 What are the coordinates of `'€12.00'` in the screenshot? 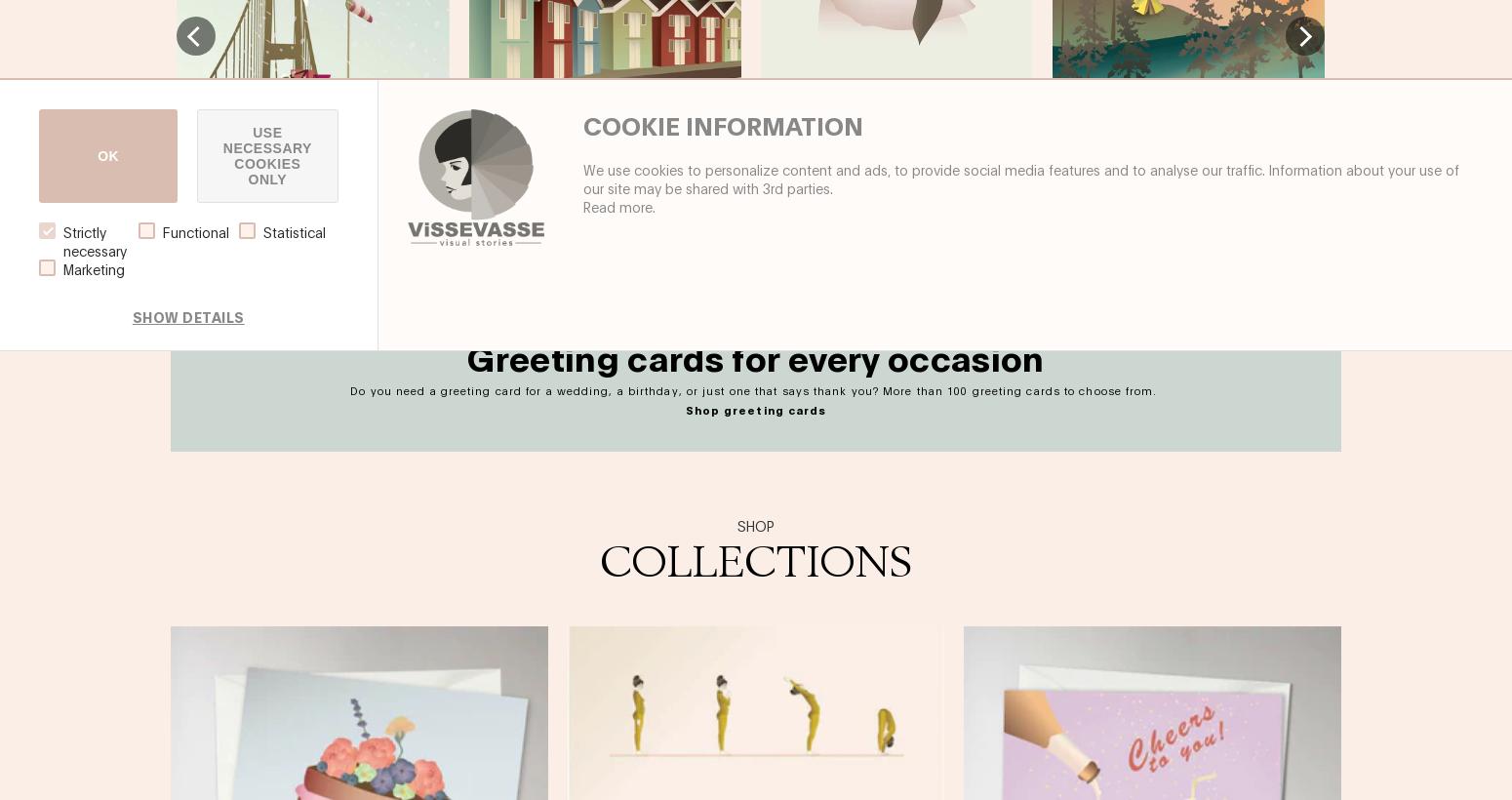 It's located at (1009, 145).